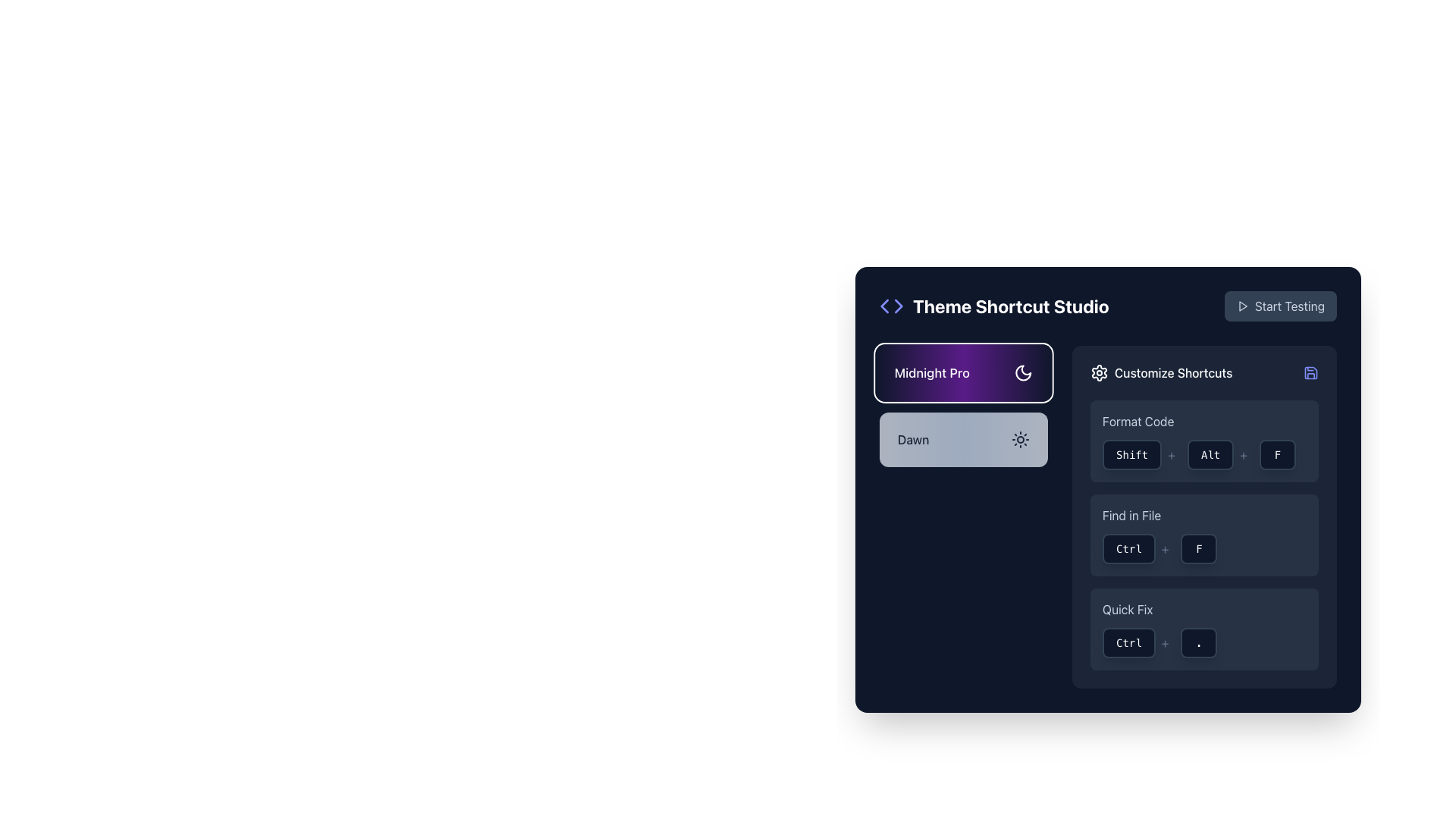 Image resolution: width=1456 pixels, height=819 pixels. Describe the element at coordinates (1198, 643) in the screenshot. I see `the button representing the '.' key in the 'Quick Fix' shortcut section, which is located to the right of the 'Ctrl' key and the '+' symbol` at that location.